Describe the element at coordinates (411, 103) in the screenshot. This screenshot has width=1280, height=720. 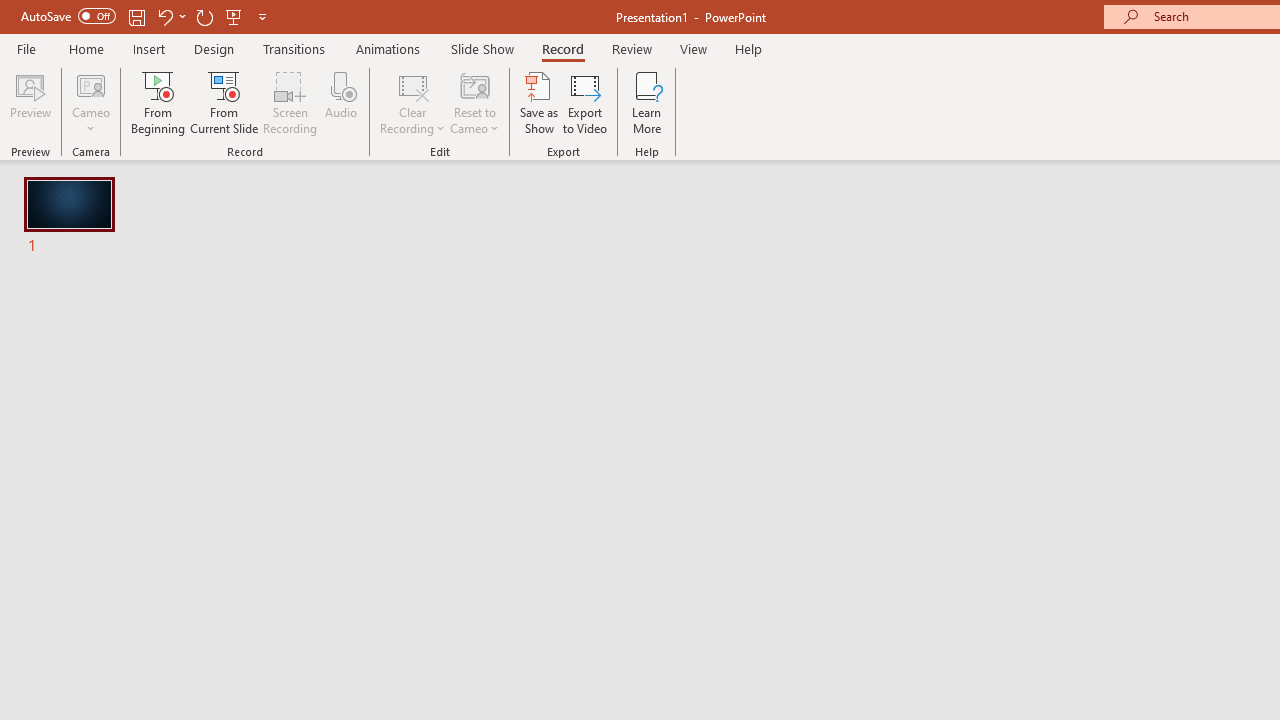
I see `'Clear Recording'` at that location.